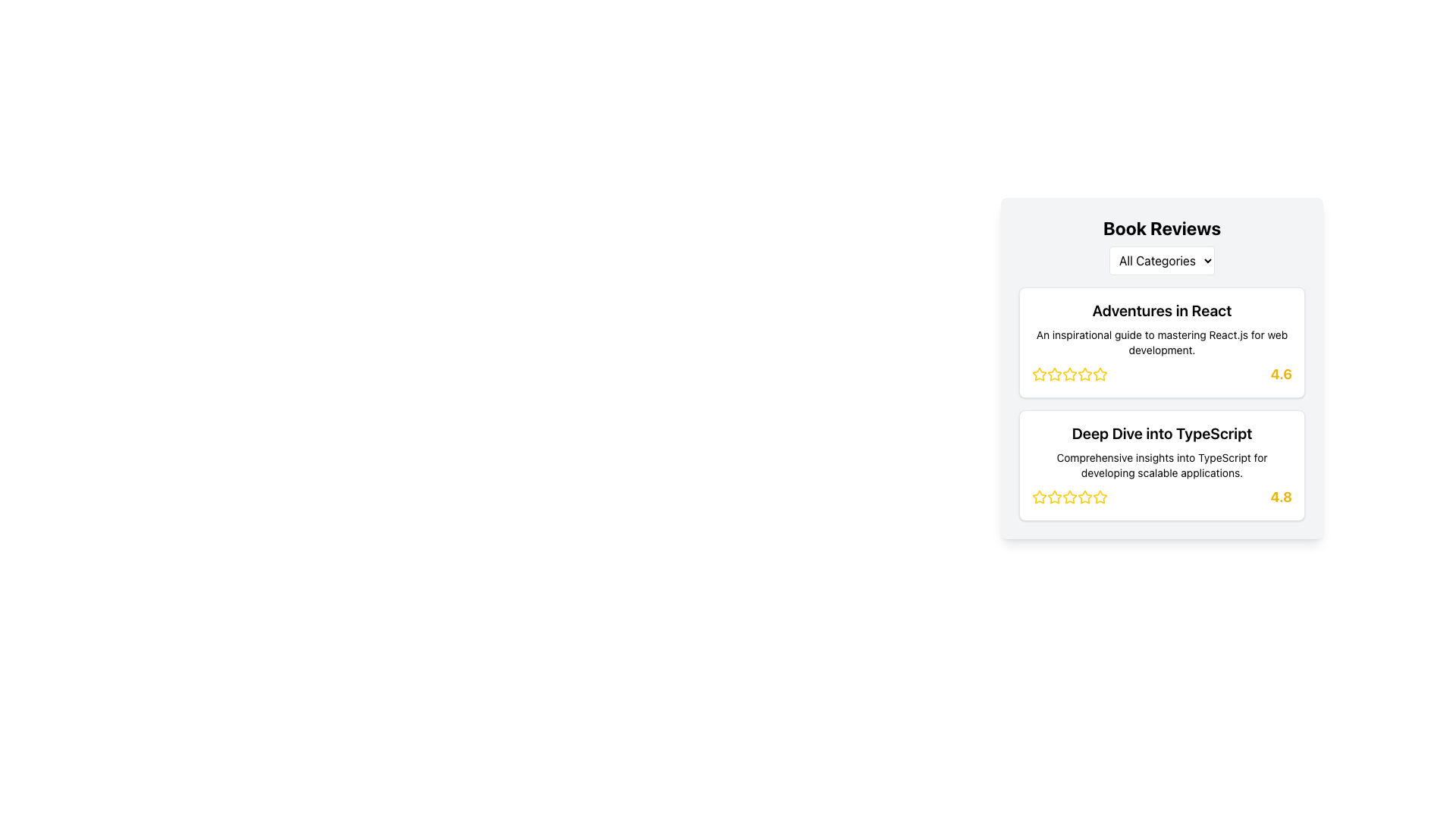 The image size is (1456, 819). I want to click on the fourth yellow star in the rating bar of the 'Adventures in React' book review section, so click(1069, 374).